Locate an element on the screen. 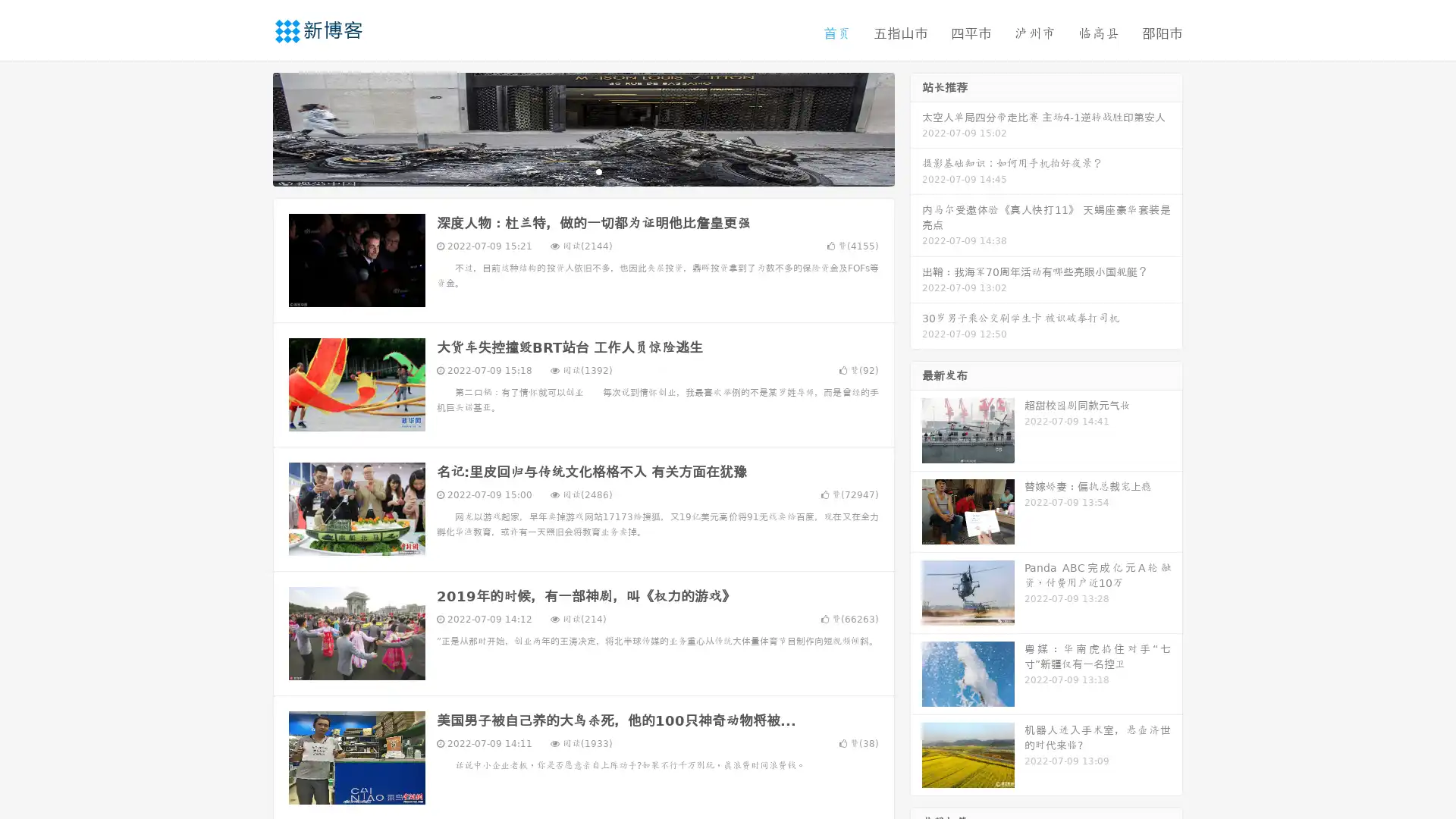 The height and width of the screenshot is (819, 1456). Next slide is located at coordinates (916, 127).